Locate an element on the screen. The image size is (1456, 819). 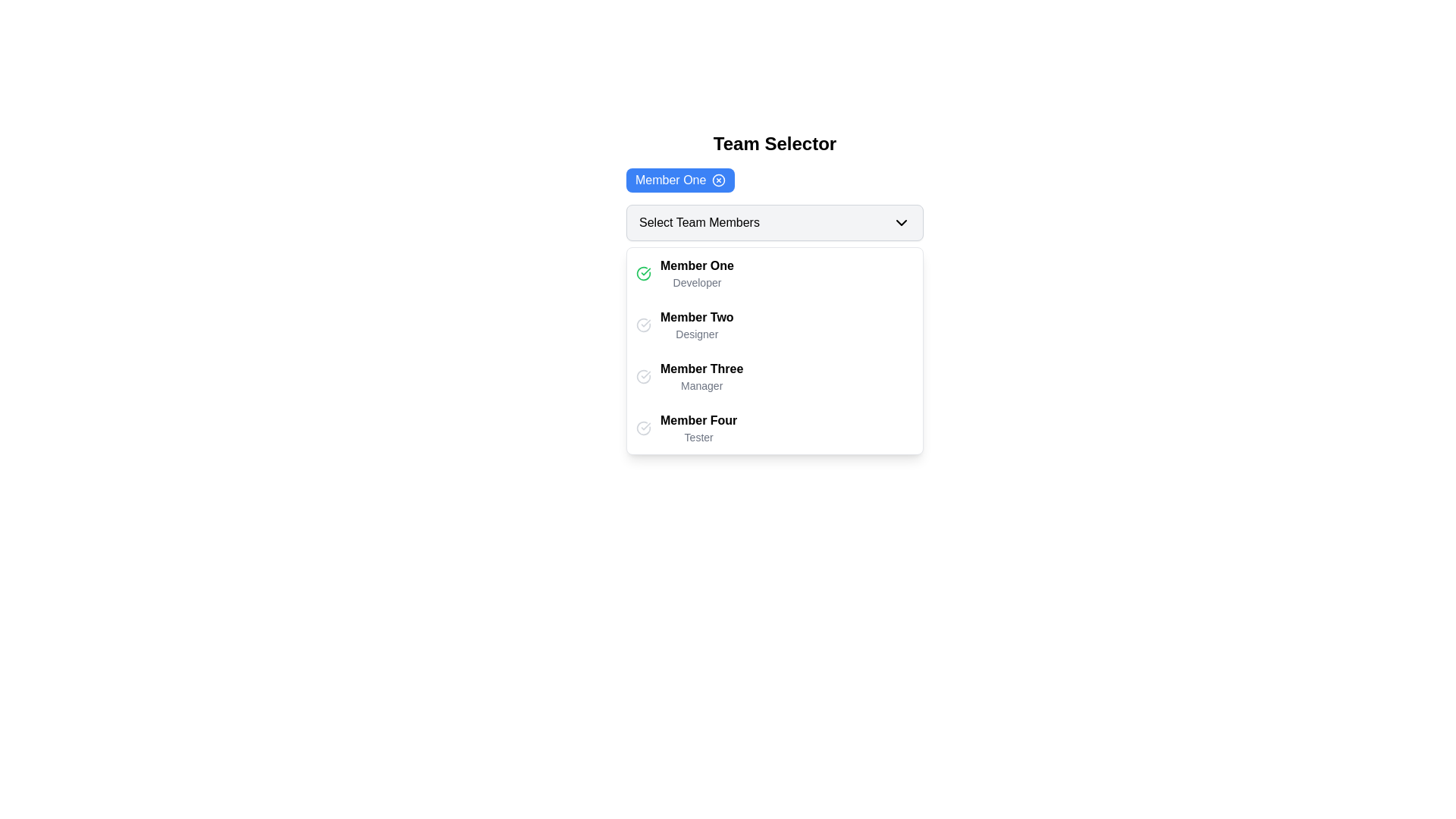
the text label entry for 'Member Four' in the dropdown menu is located at coordinates (698, 428).